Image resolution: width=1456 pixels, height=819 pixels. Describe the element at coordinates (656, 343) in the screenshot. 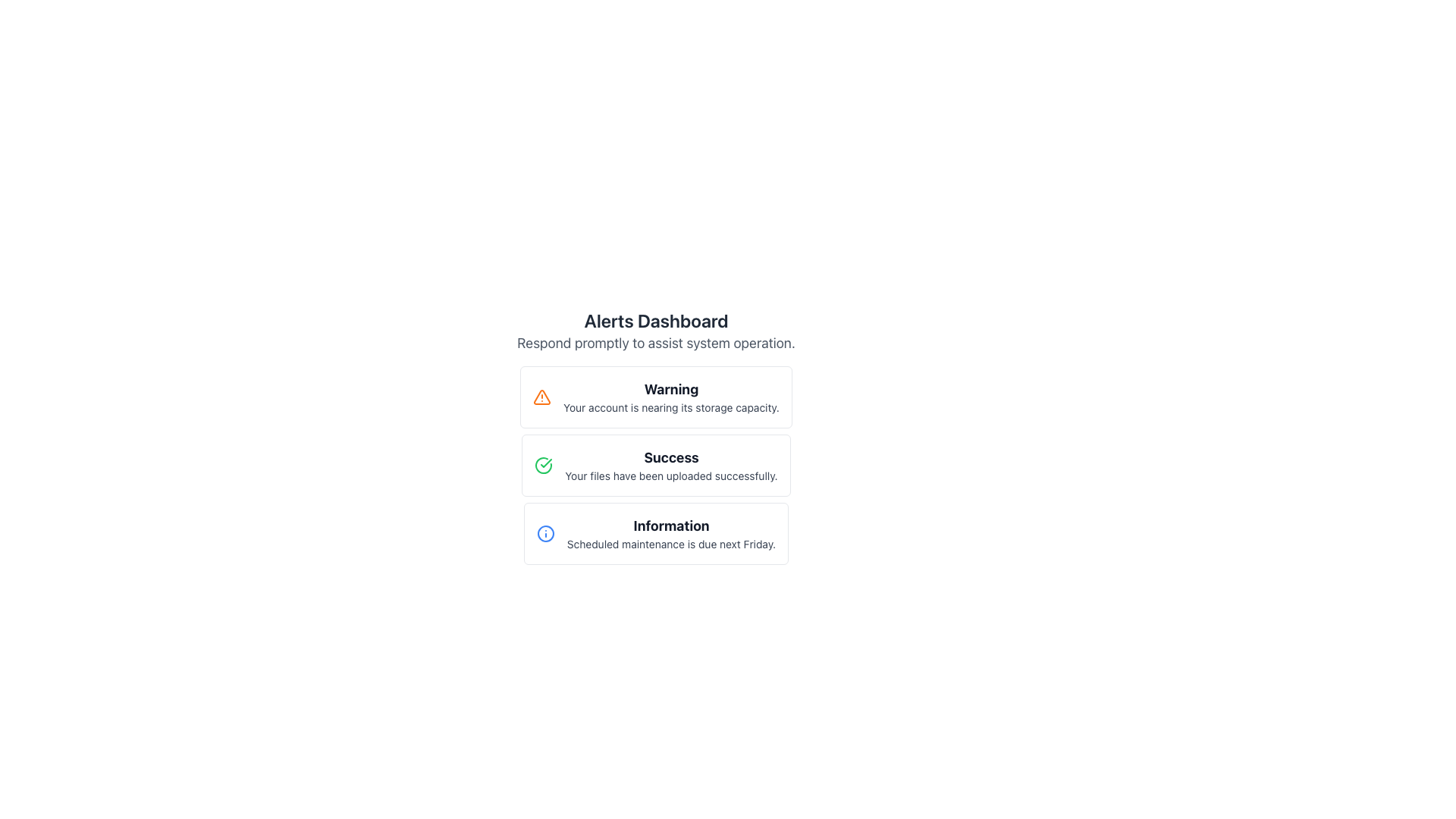

I see `the Static Text element that contains the phrase 'Respond promptly to assist system operation.' positioned below the 'Alerts Dashboard' heading` at that location.